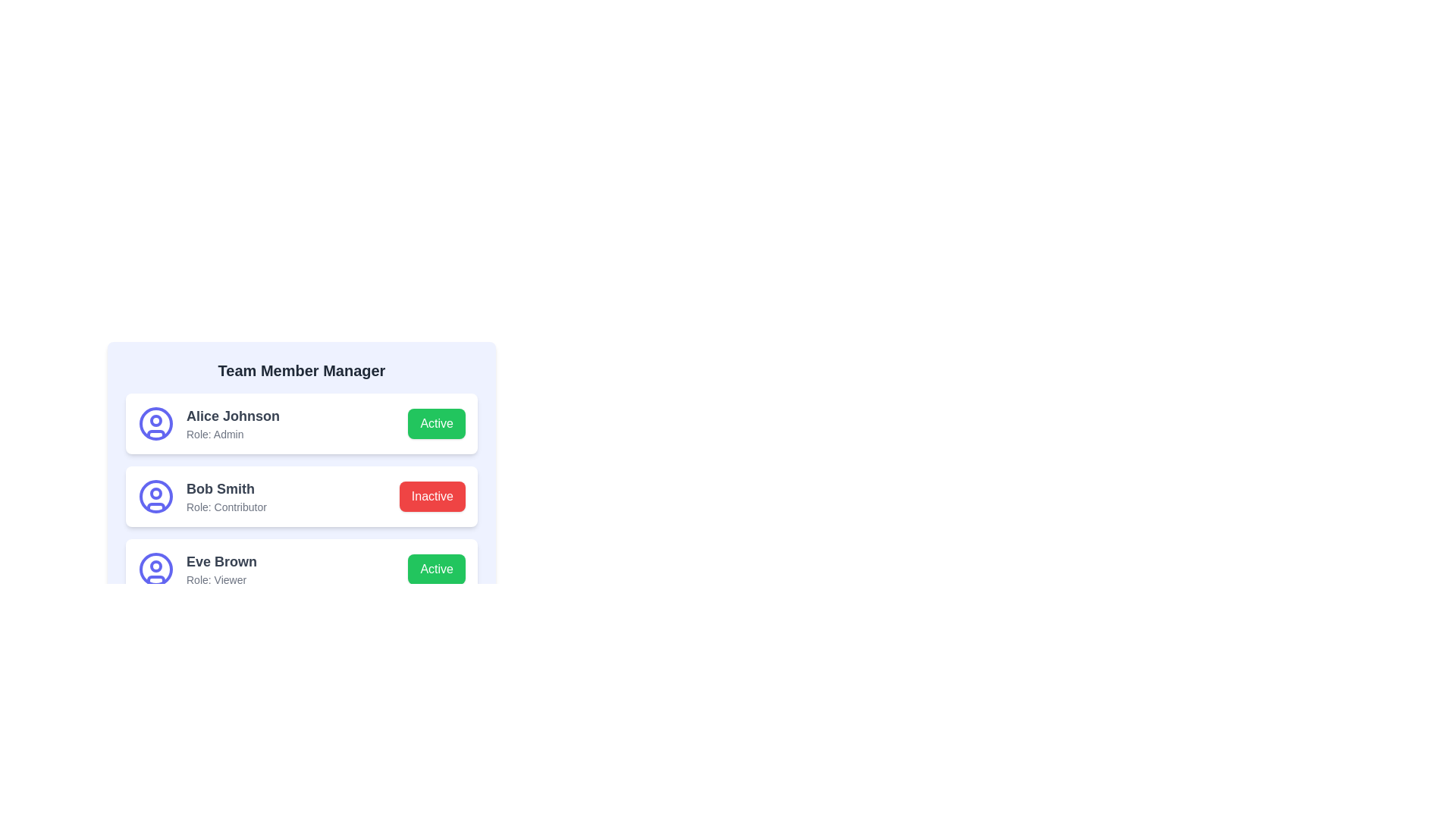 Image resolution: width=1456 pixels, height=819 pixels. Describe the element at coordinates (436, 424) in the screenshot. I see `the toggle button for Alice Johnson to change or confirm their active status in the Team Member Manager` at that location.